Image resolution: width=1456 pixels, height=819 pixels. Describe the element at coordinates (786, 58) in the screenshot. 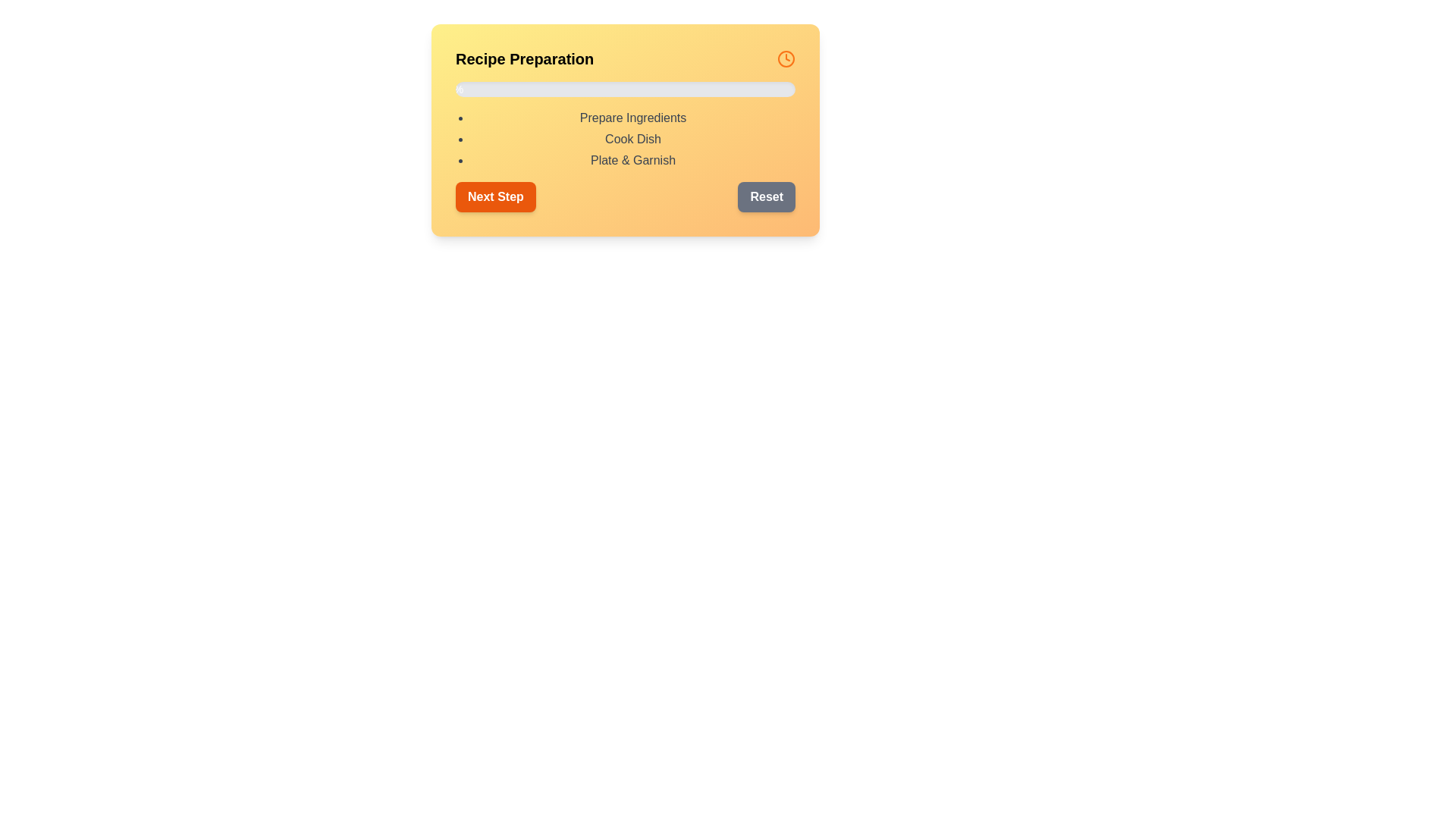

I see `the orange clock icon located at the top-right corner of the 'Recipe Preparation' section, positioned beside the section heading` at that location.